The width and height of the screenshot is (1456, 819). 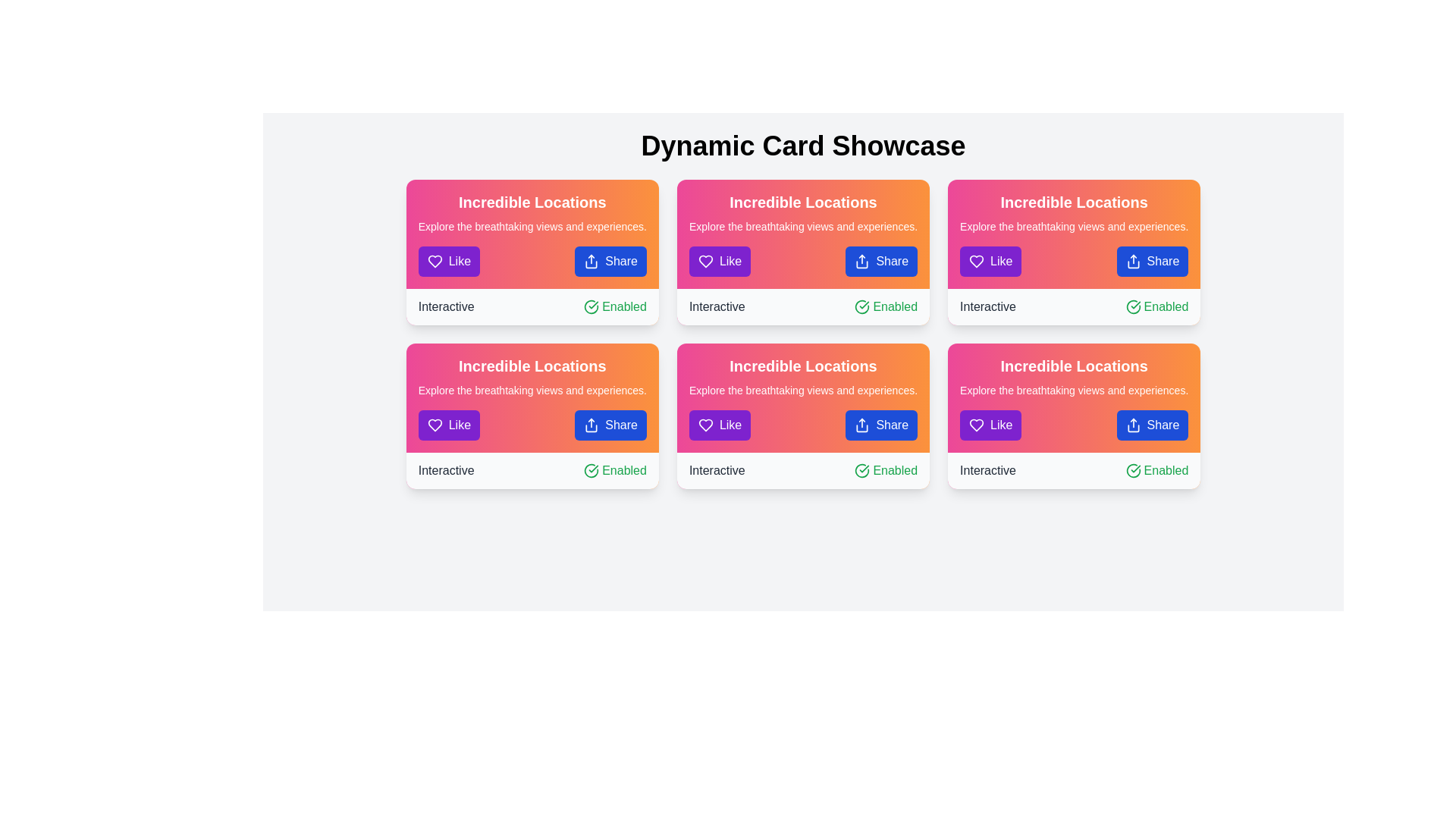 I want to click on the status indicator located at the bottom-right corner of the card layout, so click(x=886, y=307).